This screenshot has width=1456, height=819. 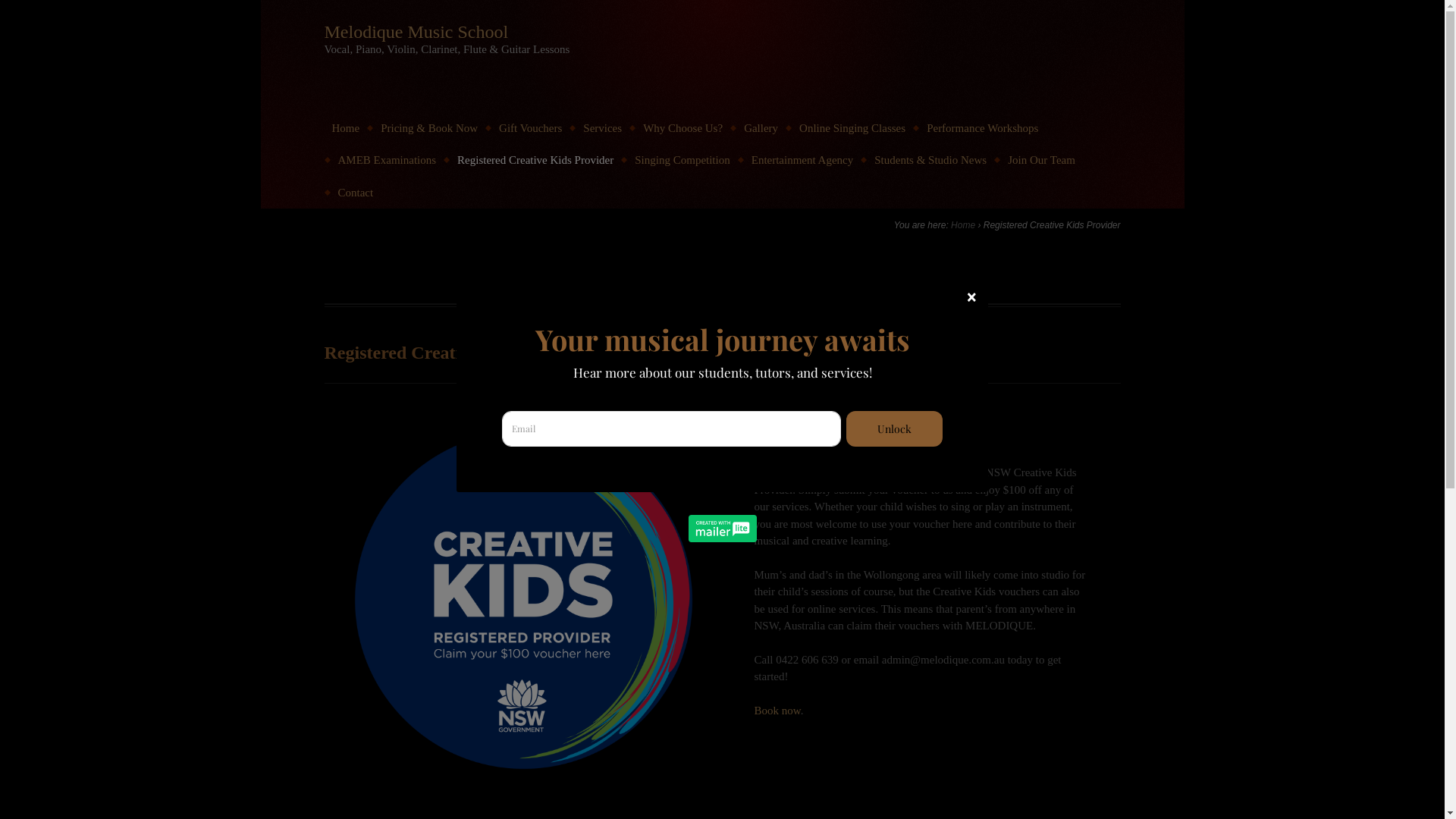 What do you see at coordinates (1000, 160) in the screenshot?
I see `'Join Our Team'` at bounding box center [1000, 160].